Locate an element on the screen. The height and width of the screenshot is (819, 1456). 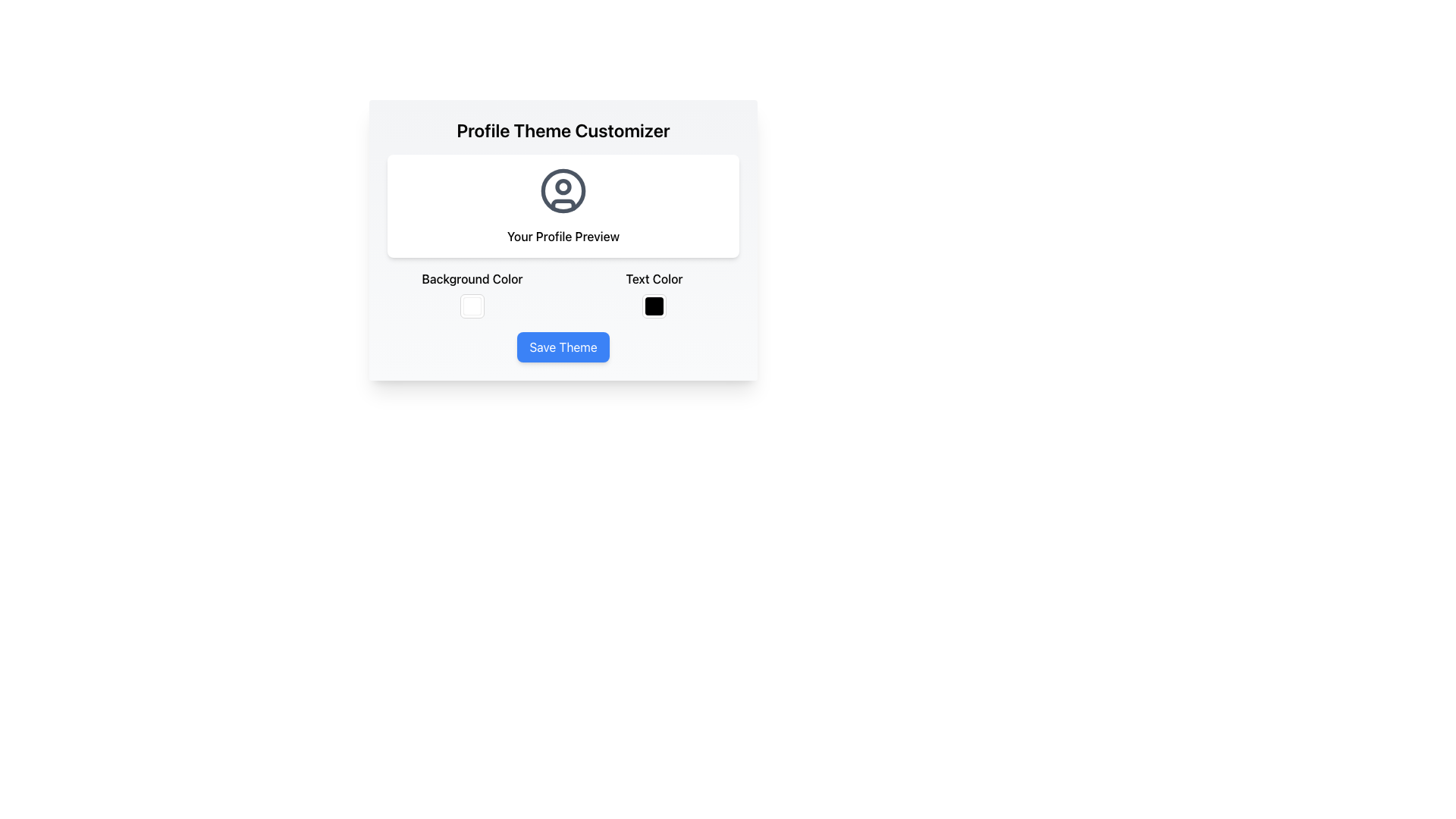
the Color Picker located at the top-left corner of the layout, right below the 'Your Profile Preview' section is located at coordinates (472, 295).